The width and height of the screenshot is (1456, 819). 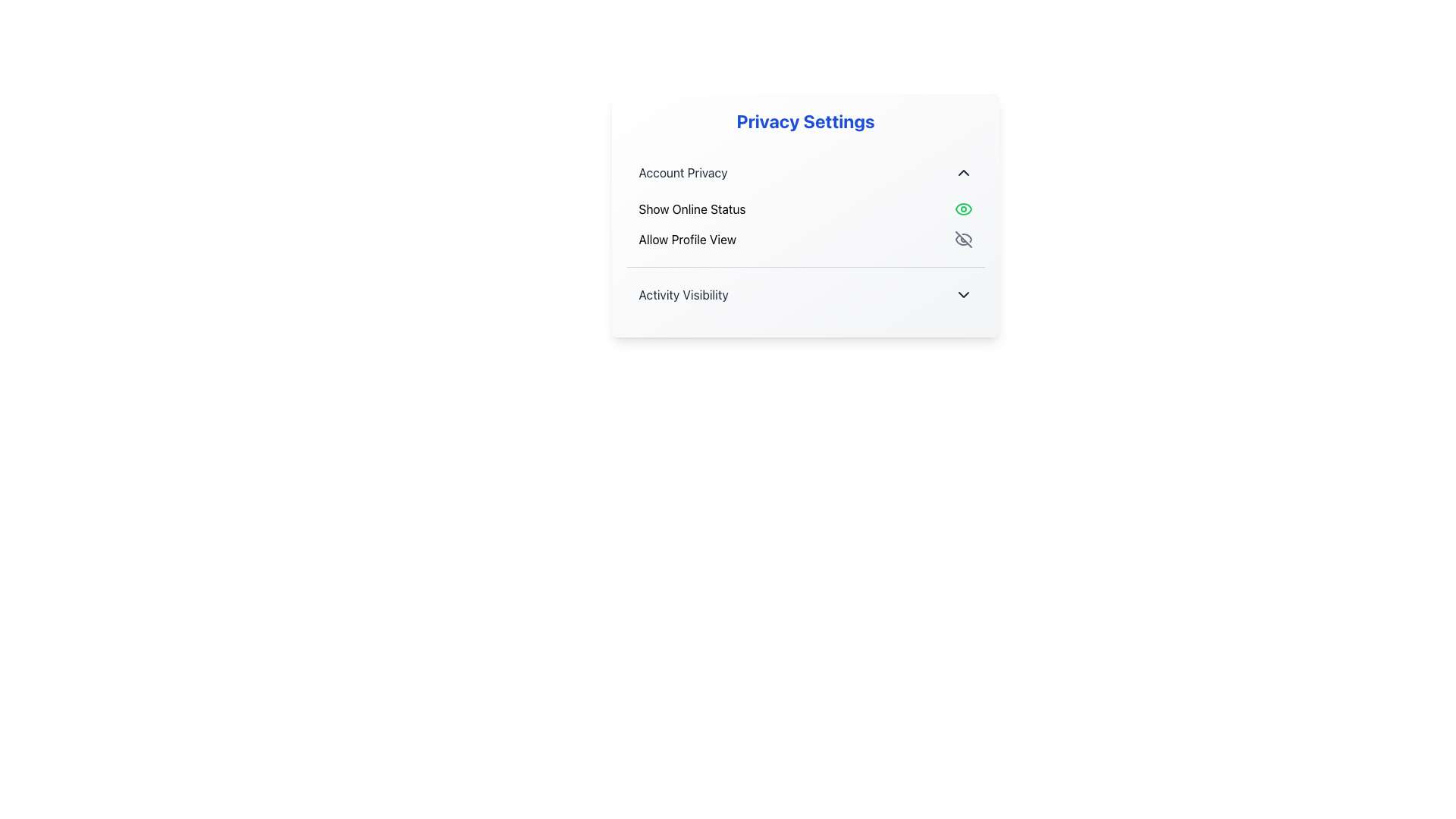 What do you see at coordinates (805, 295) in the screenshot?
I see `the 'Activity Visibility' dropdown trigger` at bounding box center [805, 295].